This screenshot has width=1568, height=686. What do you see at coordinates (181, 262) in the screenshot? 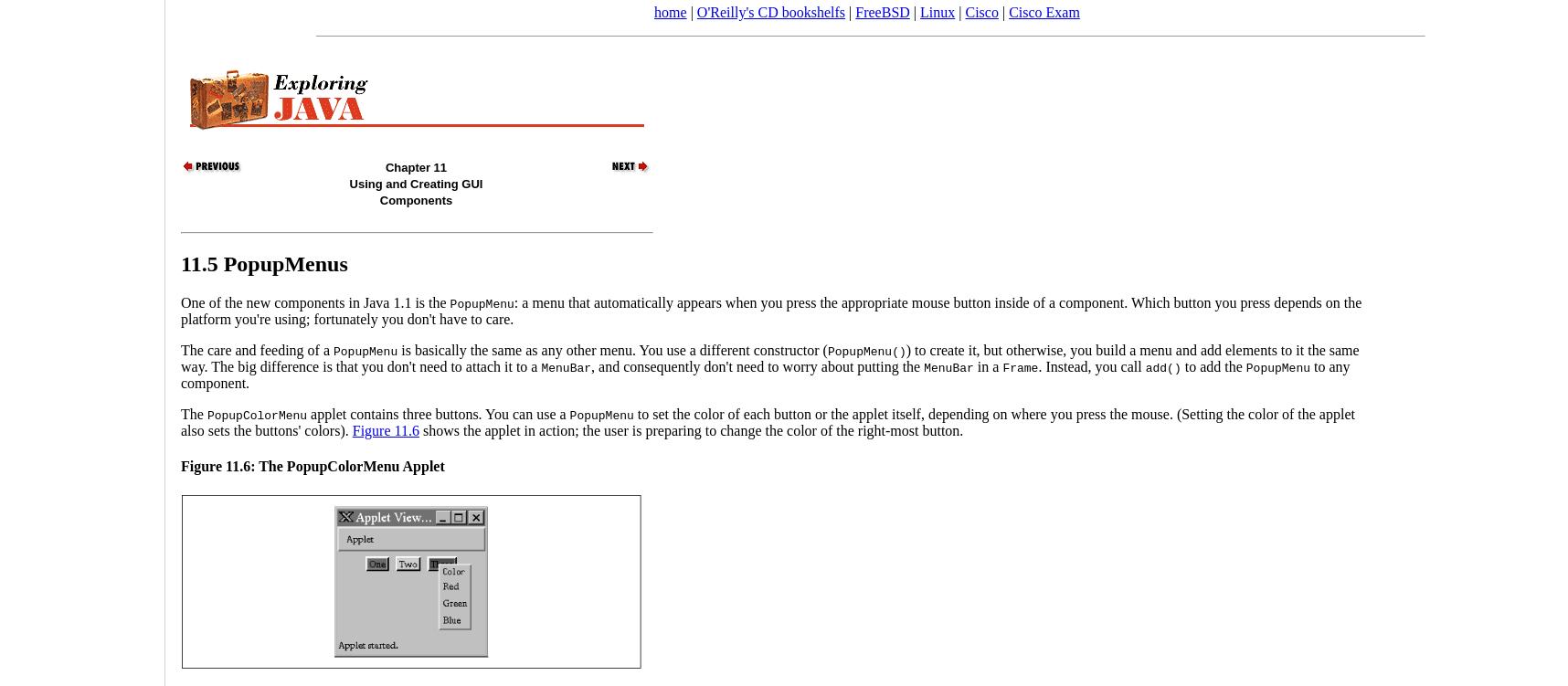
I see `'11.5 PopupMenus'` at bounding box center [181, 262].